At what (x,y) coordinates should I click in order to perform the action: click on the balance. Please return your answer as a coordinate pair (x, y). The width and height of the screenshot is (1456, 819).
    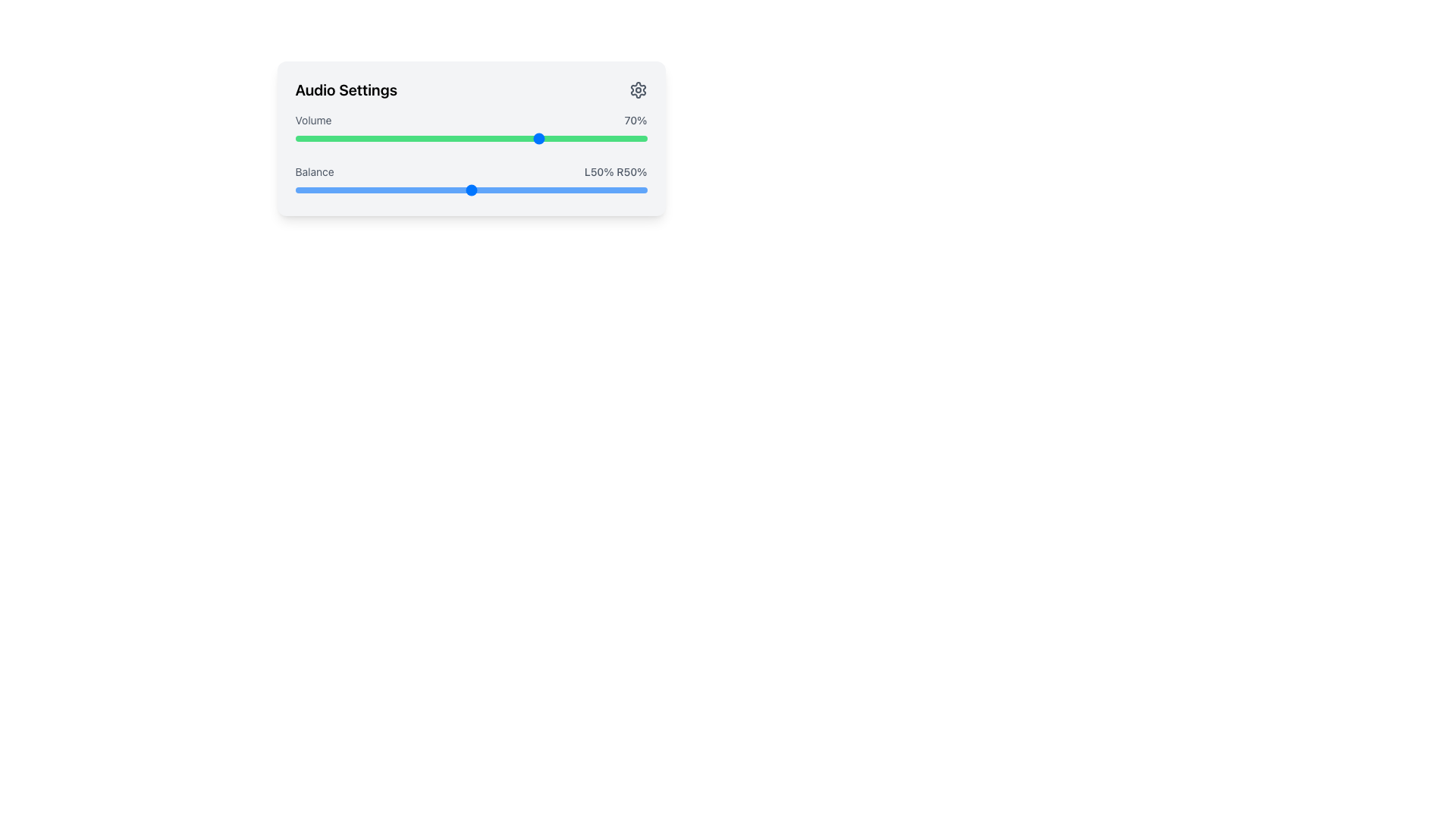
    Looking at the image, I should click on (418, 189).